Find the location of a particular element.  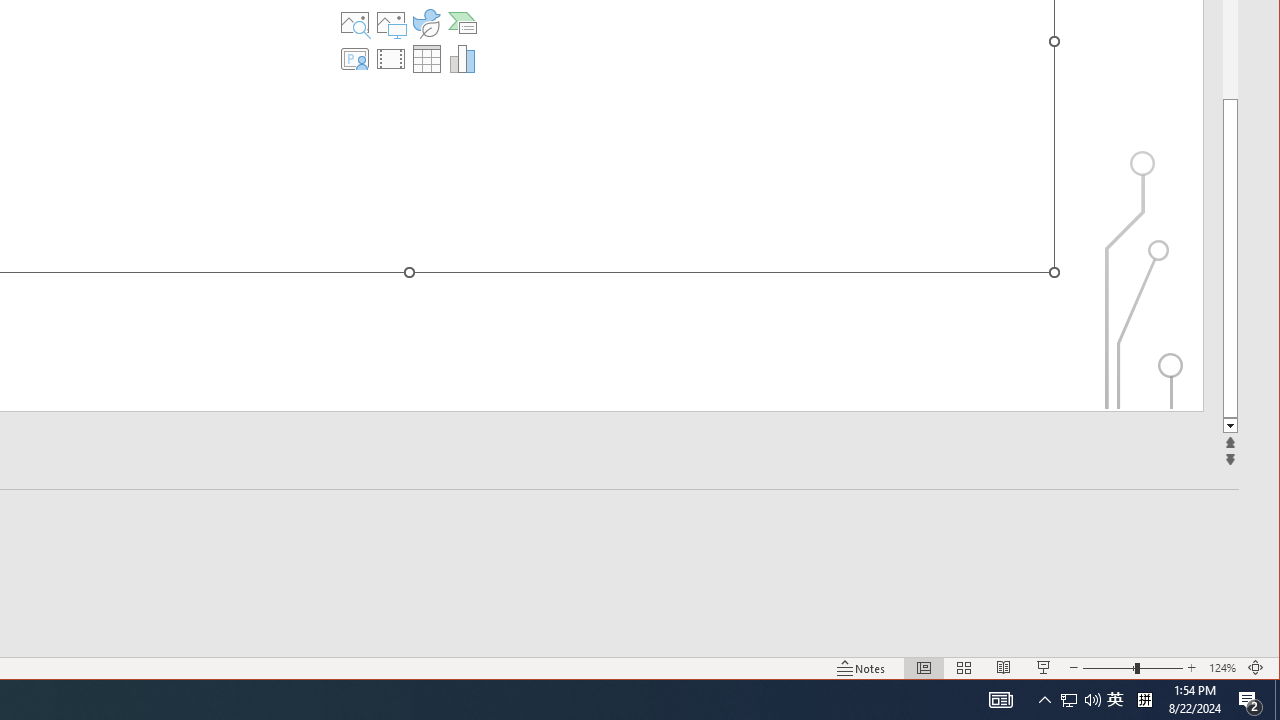

'Insert Chart' is located at coordinates (461, 58).